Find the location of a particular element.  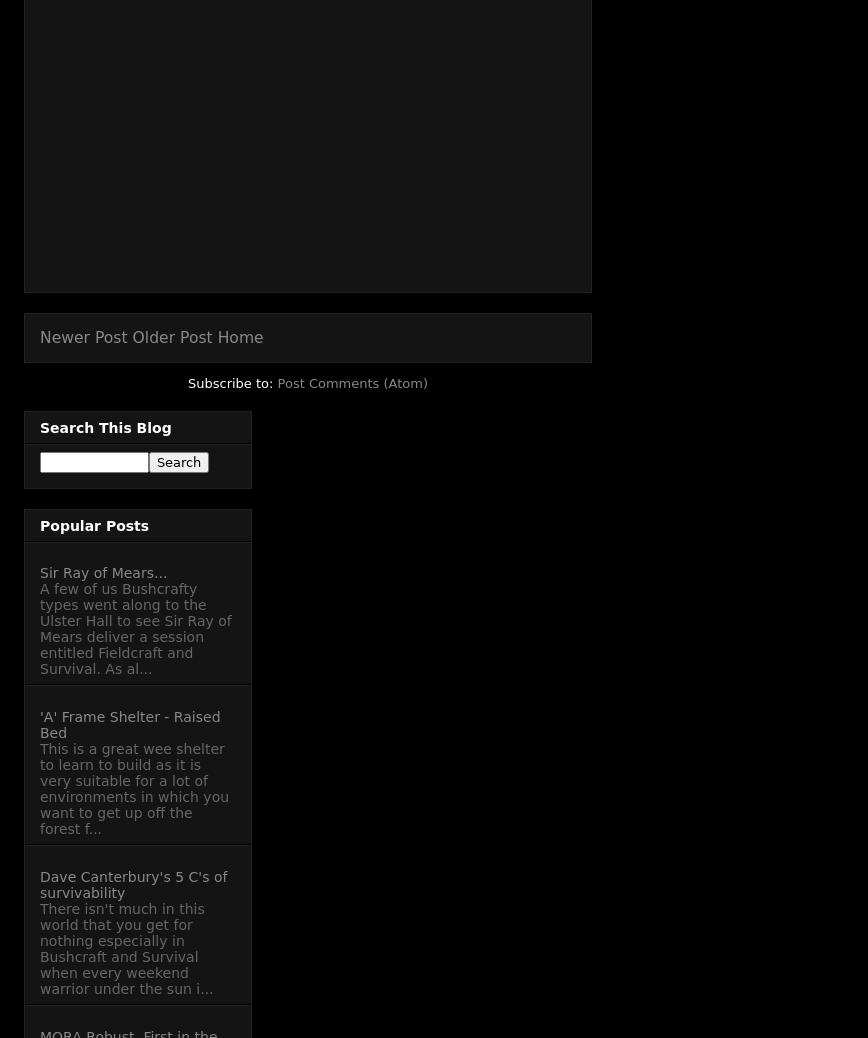

'Sir Ray of Mears...' is located at coordinates (40, 571).